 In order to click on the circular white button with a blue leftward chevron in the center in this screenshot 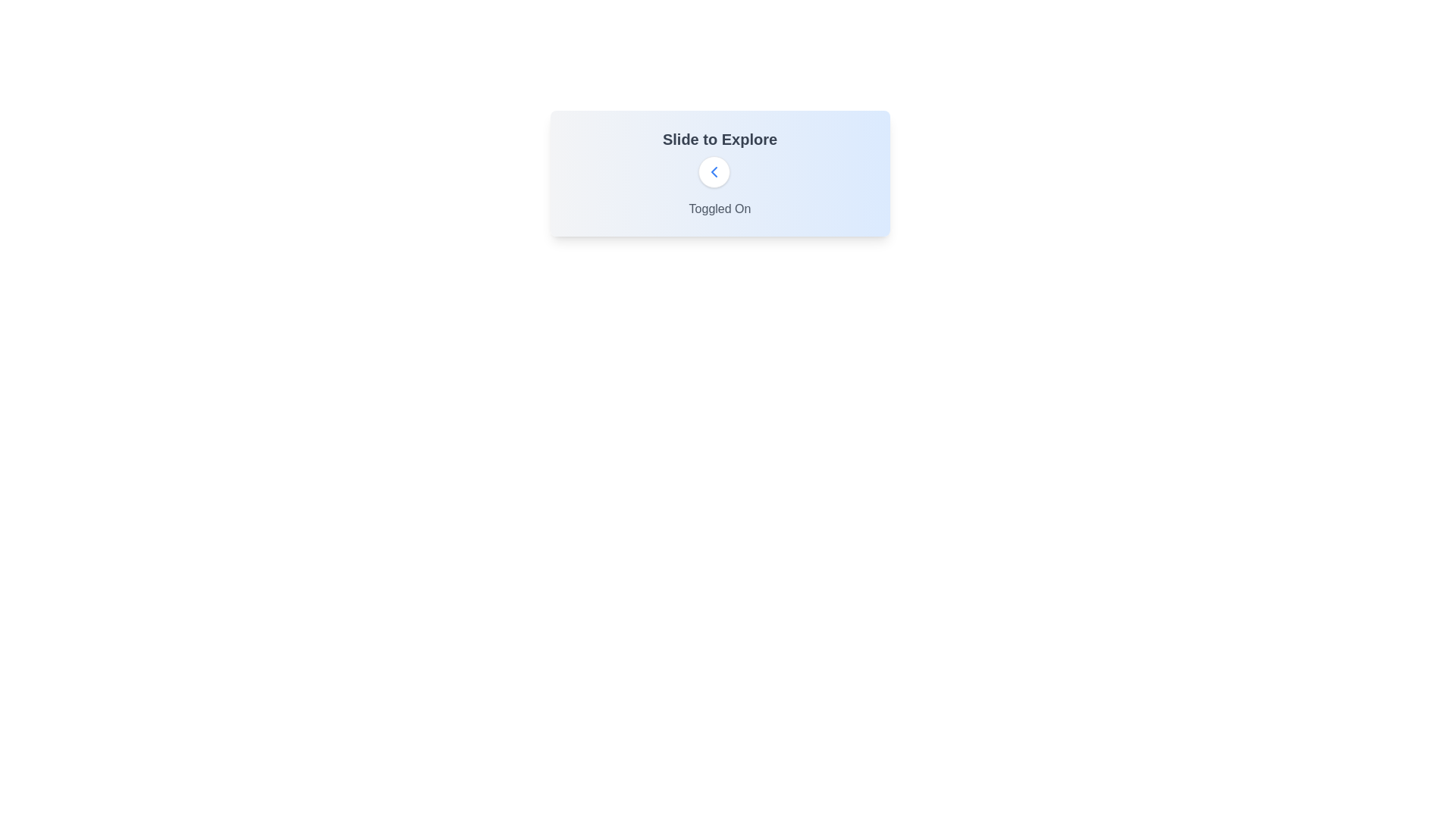, I will do `click(719, 171)`.